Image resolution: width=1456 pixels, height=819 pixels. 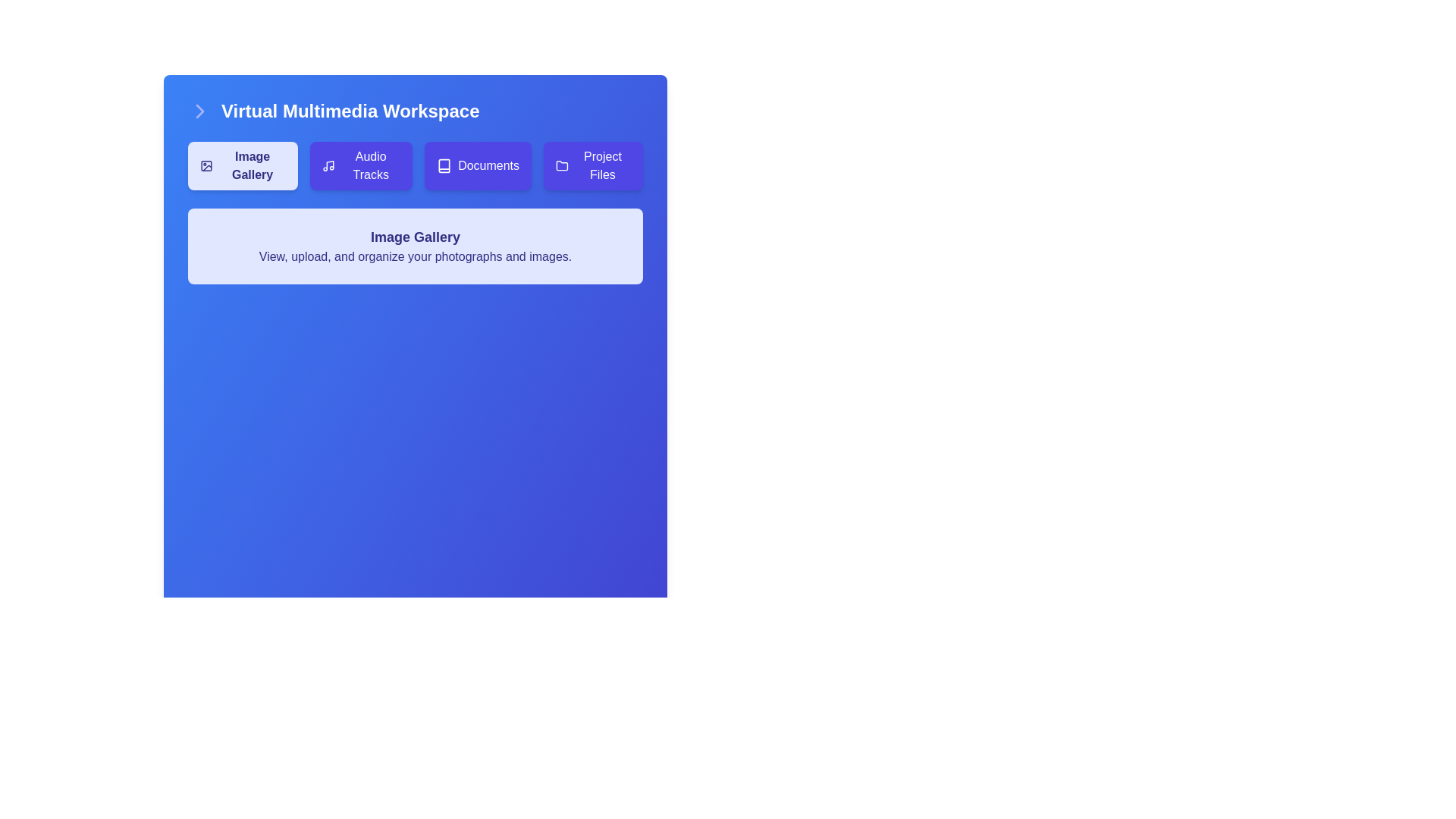 I want to click on the first button labeled 'Image Gallery', so click(x=243, y=166).